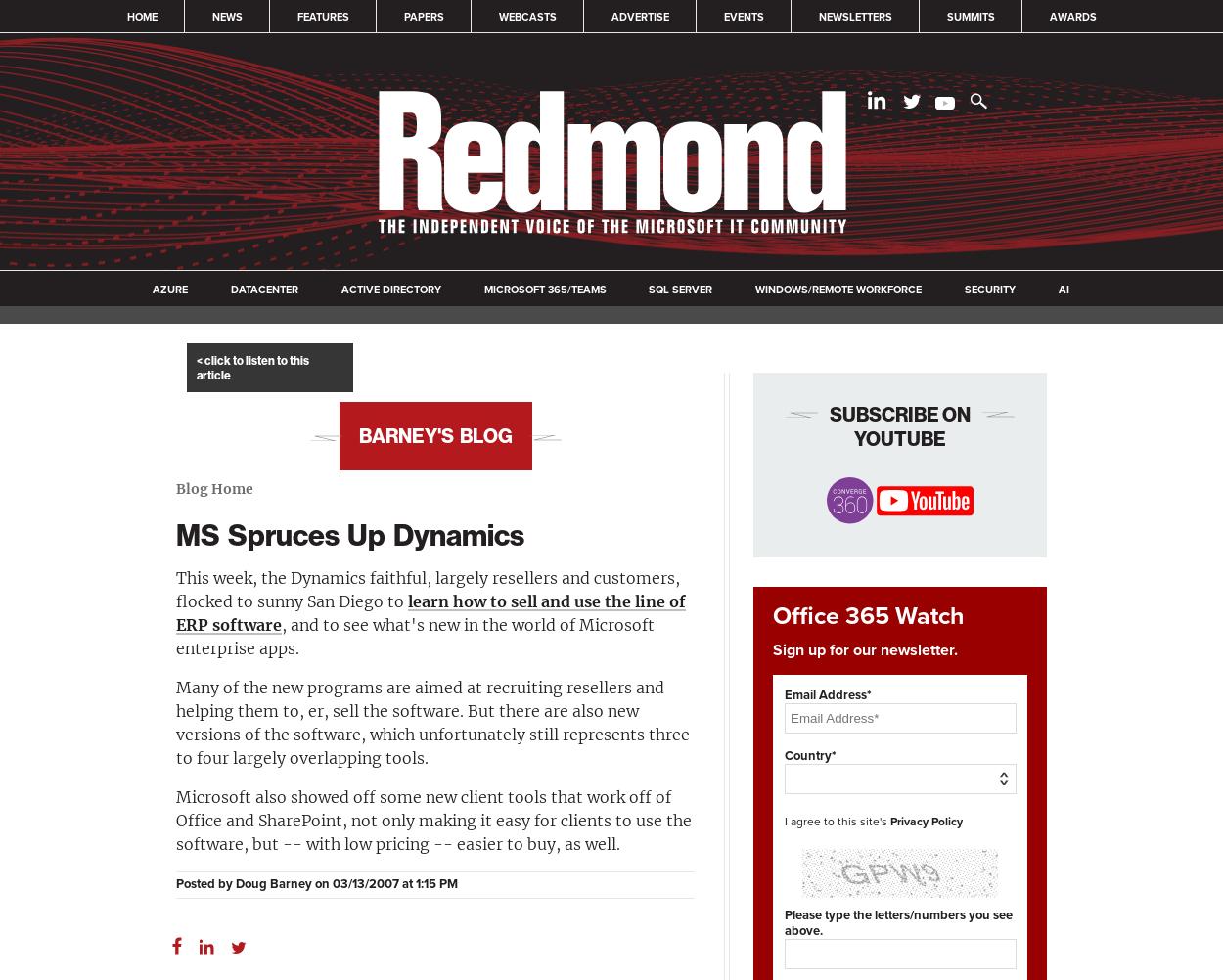  Describe the element at coordinates (900, 424) in the screenshot. I see `'Subscribe on YouTube'` at that location.